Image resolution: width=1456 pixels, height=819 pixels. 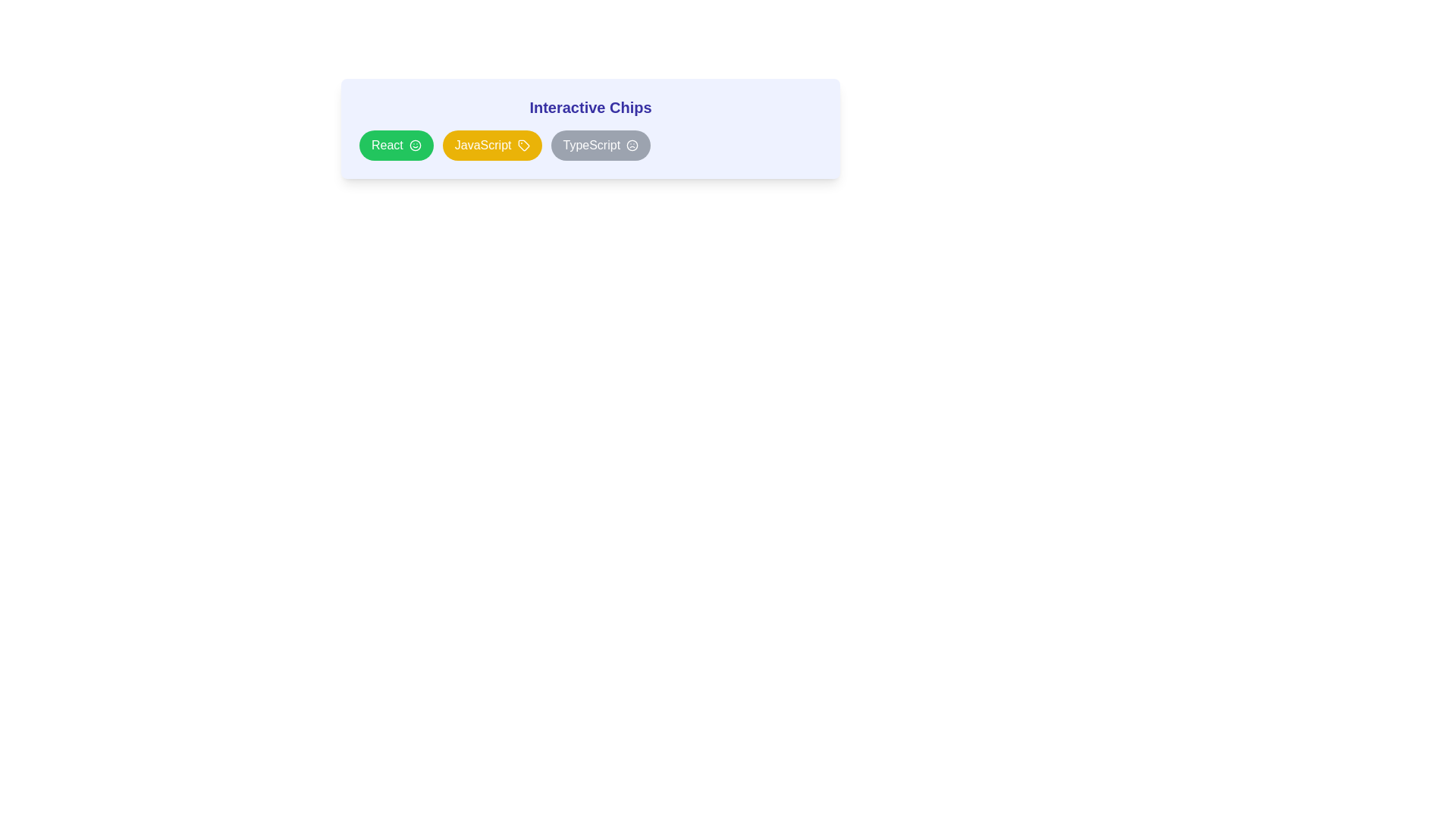 I want to click on within the empty space of the Card with grouped selectable buttons to deselect any selected options, so click(x=589, y=127).